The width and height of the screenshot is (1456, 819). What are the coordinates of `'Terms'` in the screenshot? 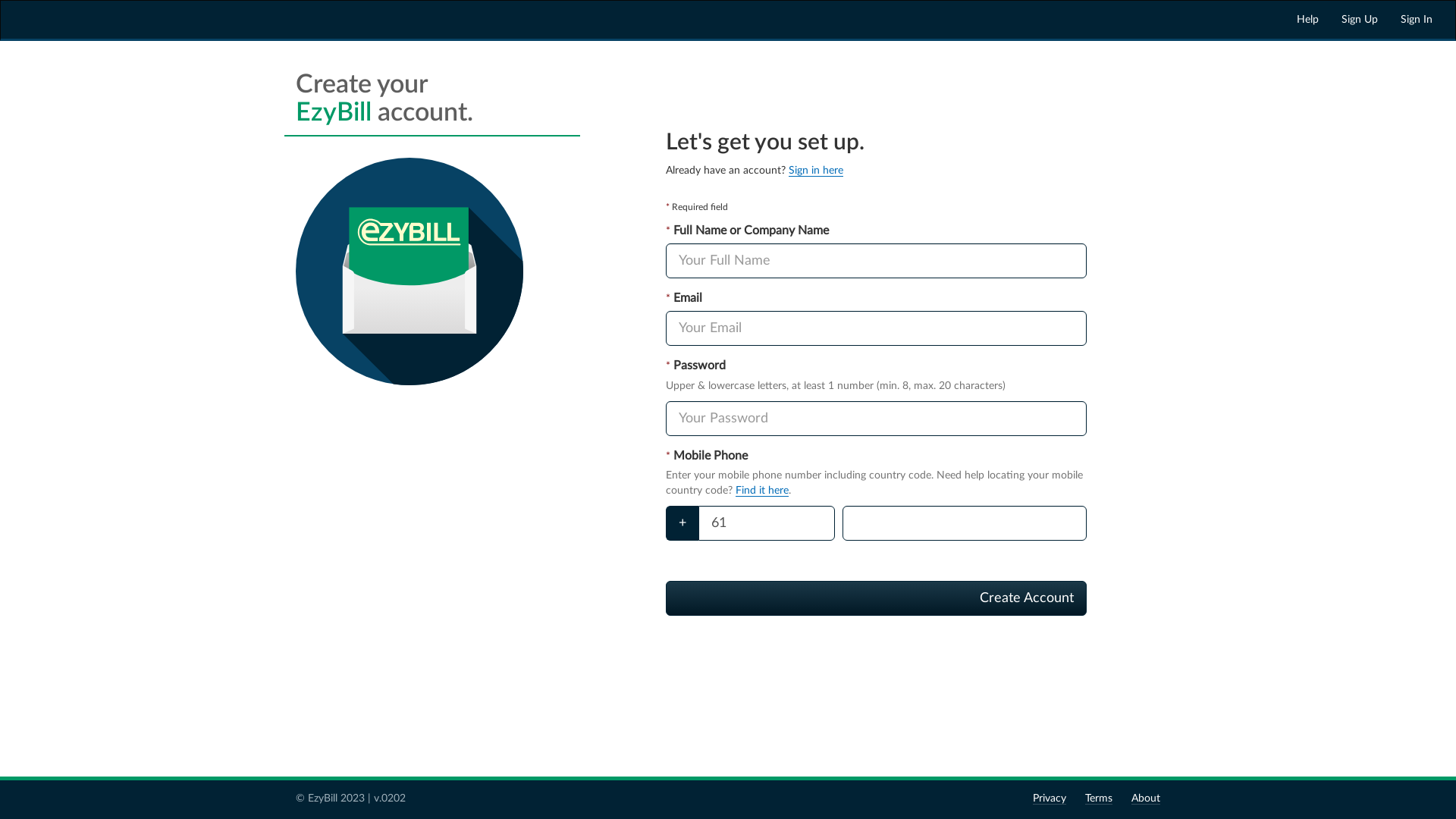 It's located at (1099, 798).